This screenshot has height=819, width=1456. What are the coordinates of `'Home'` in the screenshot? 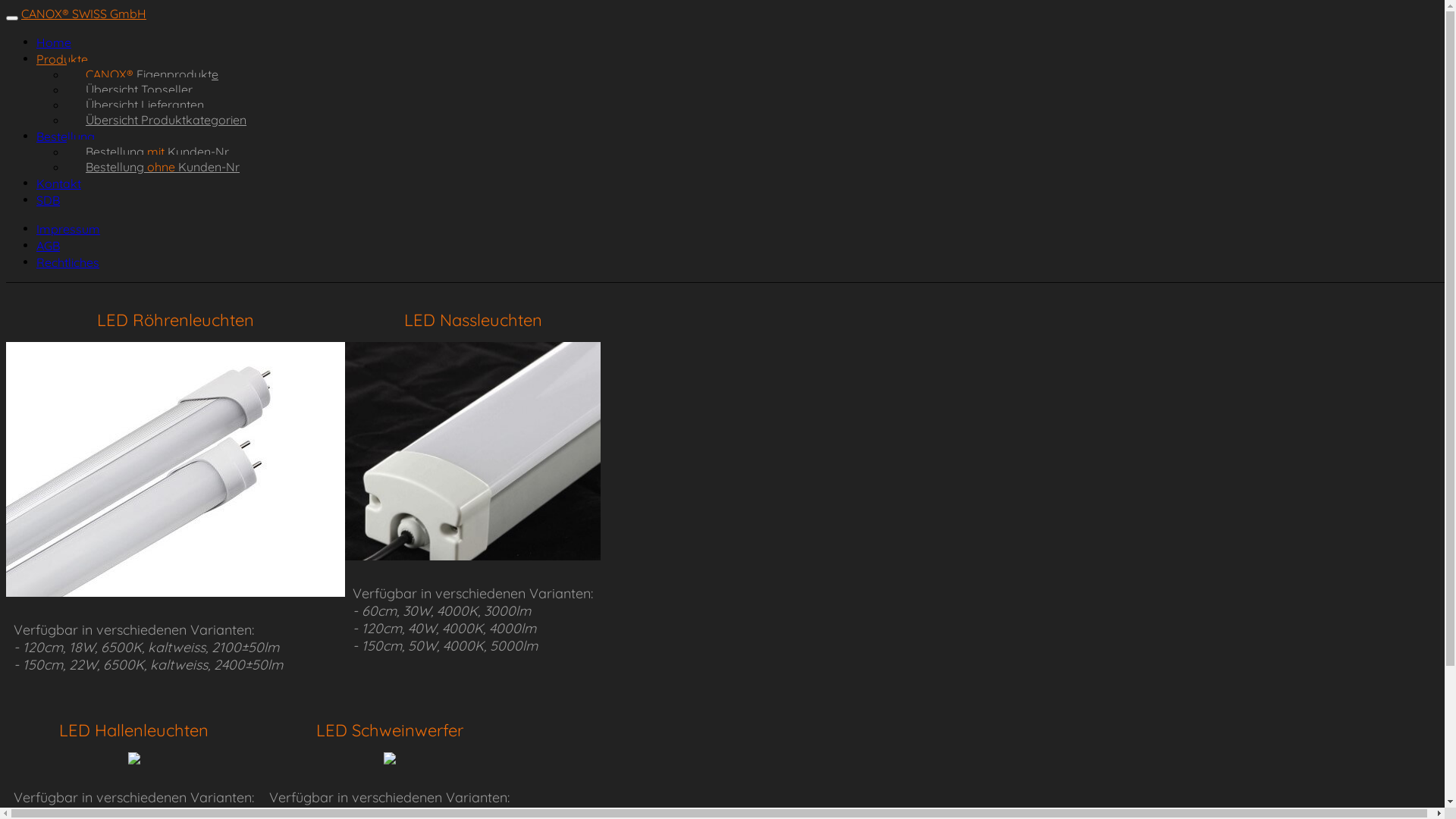 It's located at (54, 42).